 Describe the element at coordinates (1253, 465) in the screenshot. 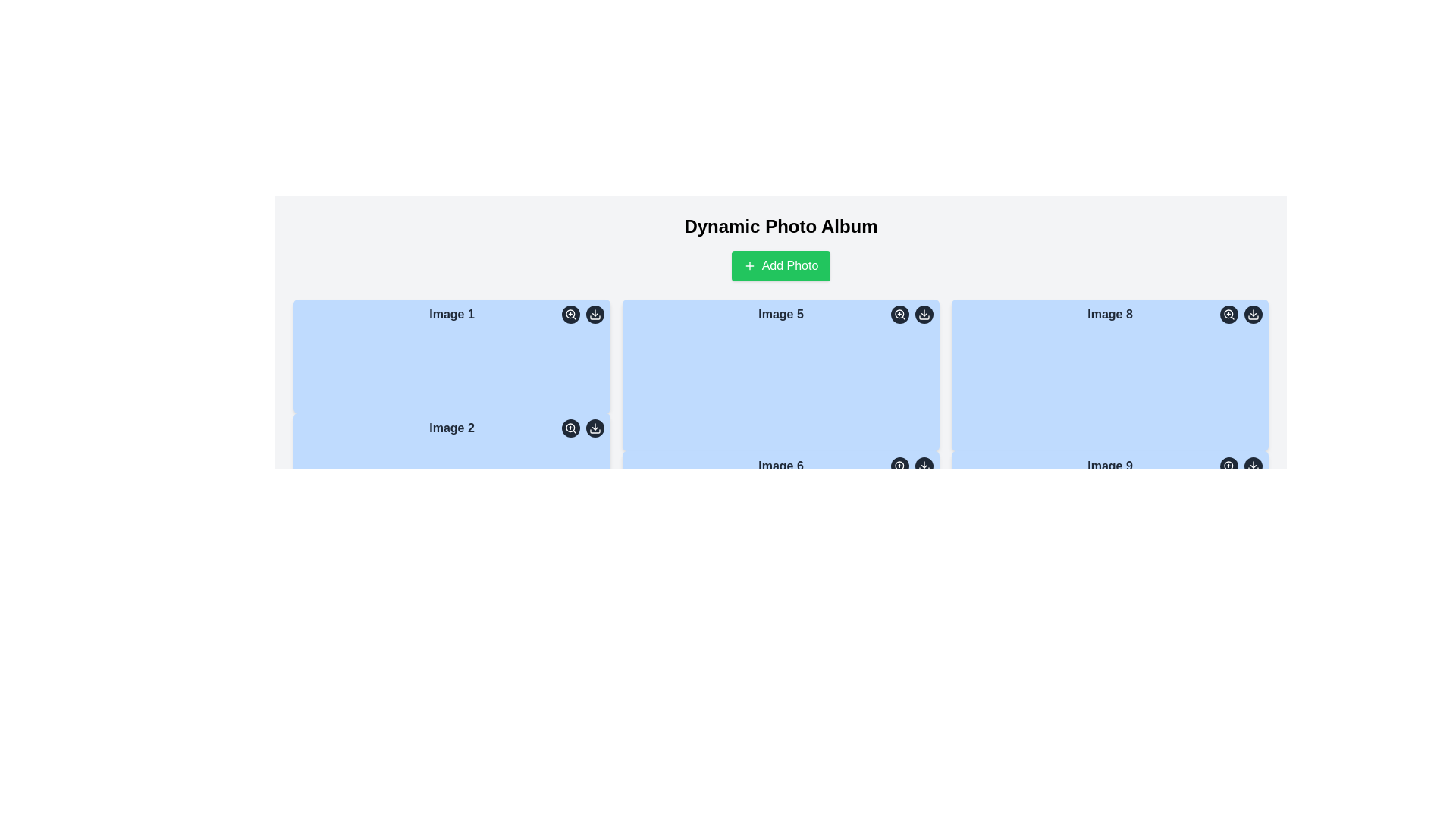

I see `the small circular button with a dark gray background and a downward arrow icon, located at the top-right corner of the card labeled 'Image 9'` at that location.